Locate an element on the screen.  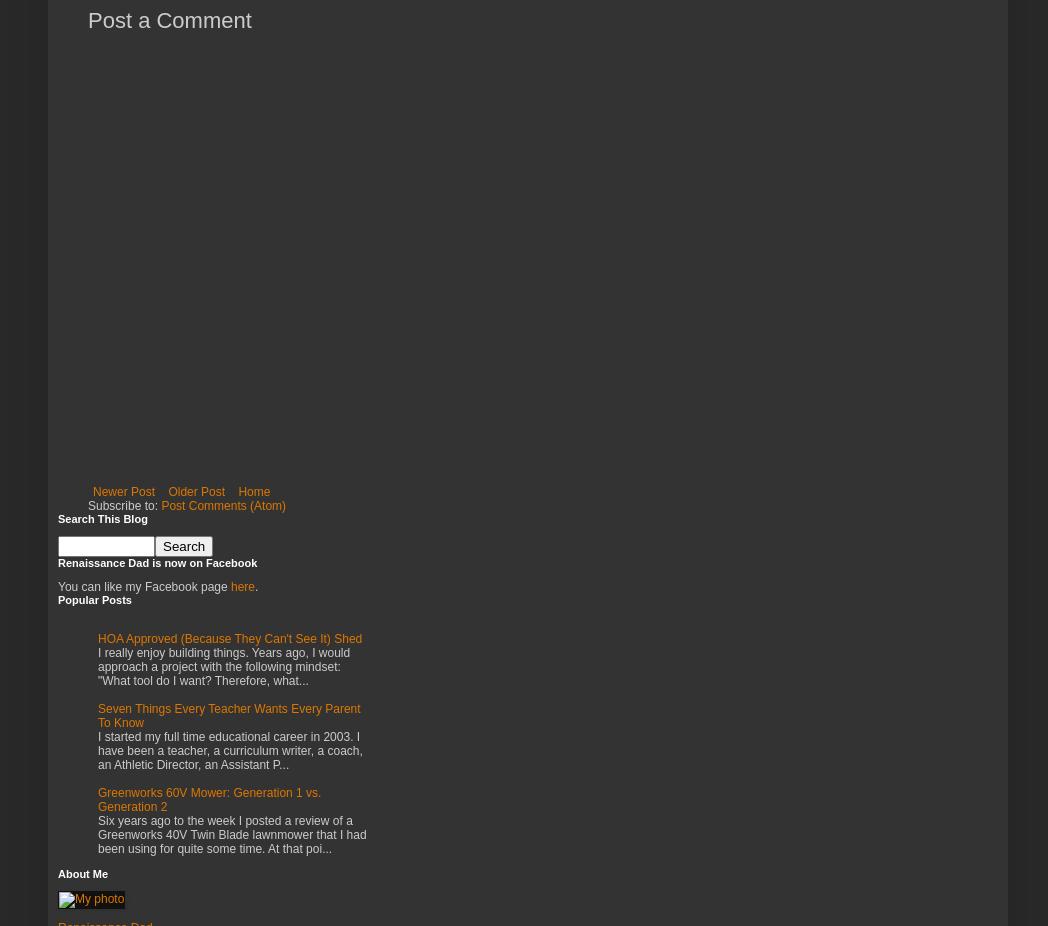
'Six years ago to the week I posted a review  of a Greenworks 40V Twin Blade lawnmower that I had been using for quite some time. At that poi...' is located at coordinates (232, 834).